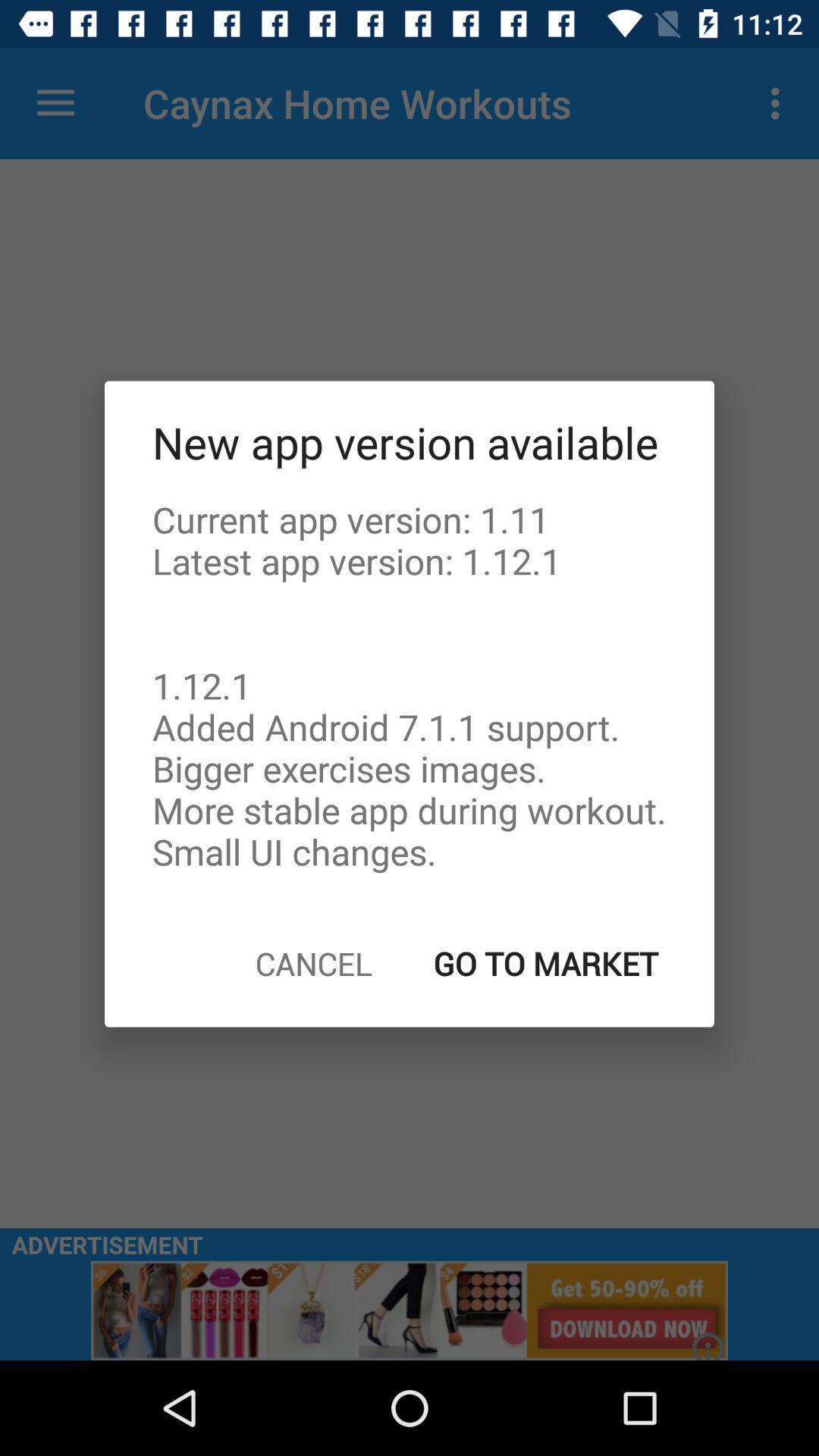 The width and height of the screenshot is (819, 1456). What do you see at coordinates (546, 962) in the screenshot?
I see `go to market on the right` at bounding box center [546, 962].